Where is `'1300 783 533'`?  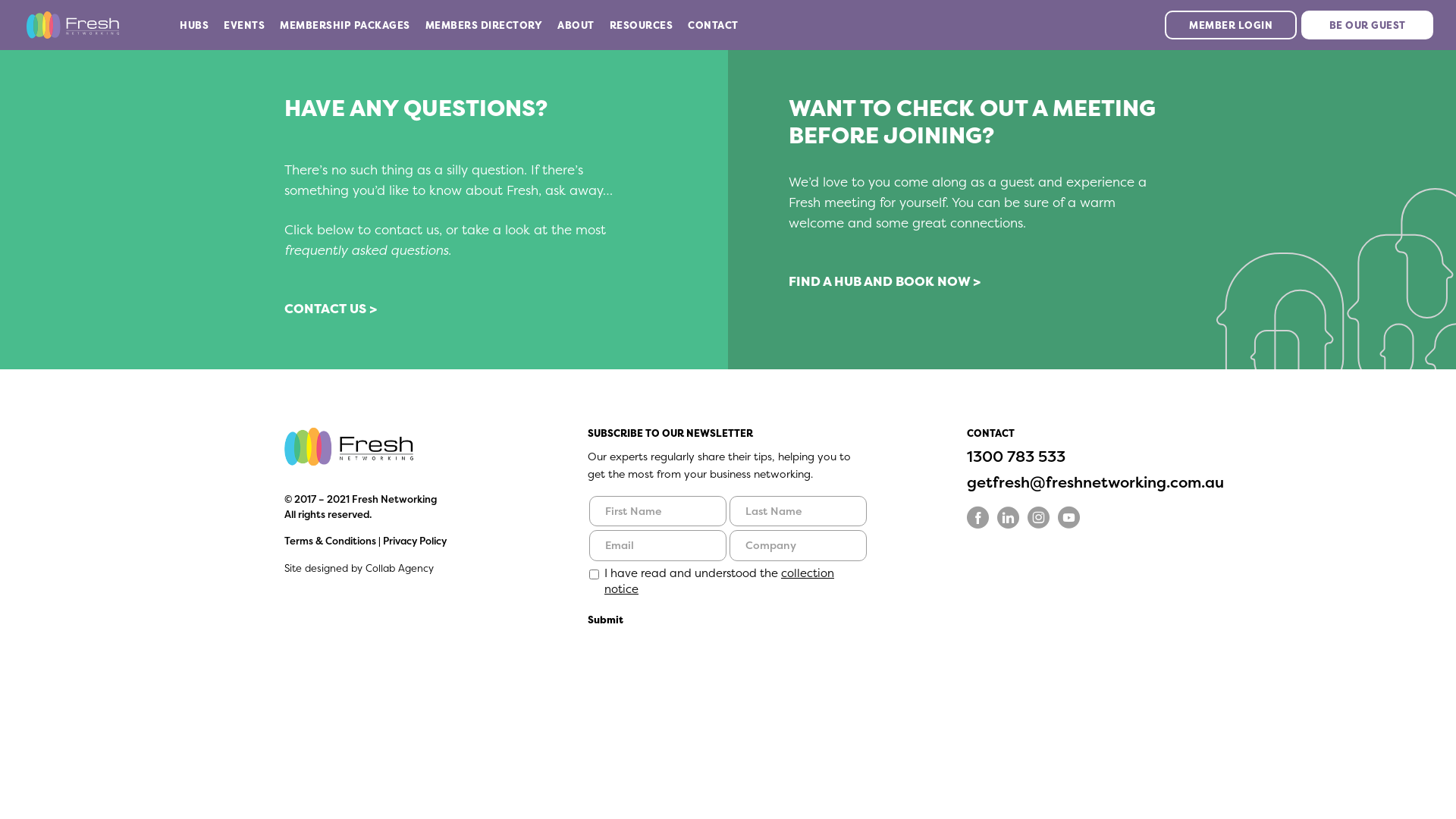
'1300 783 533' is located at coordinates (1015, 455).